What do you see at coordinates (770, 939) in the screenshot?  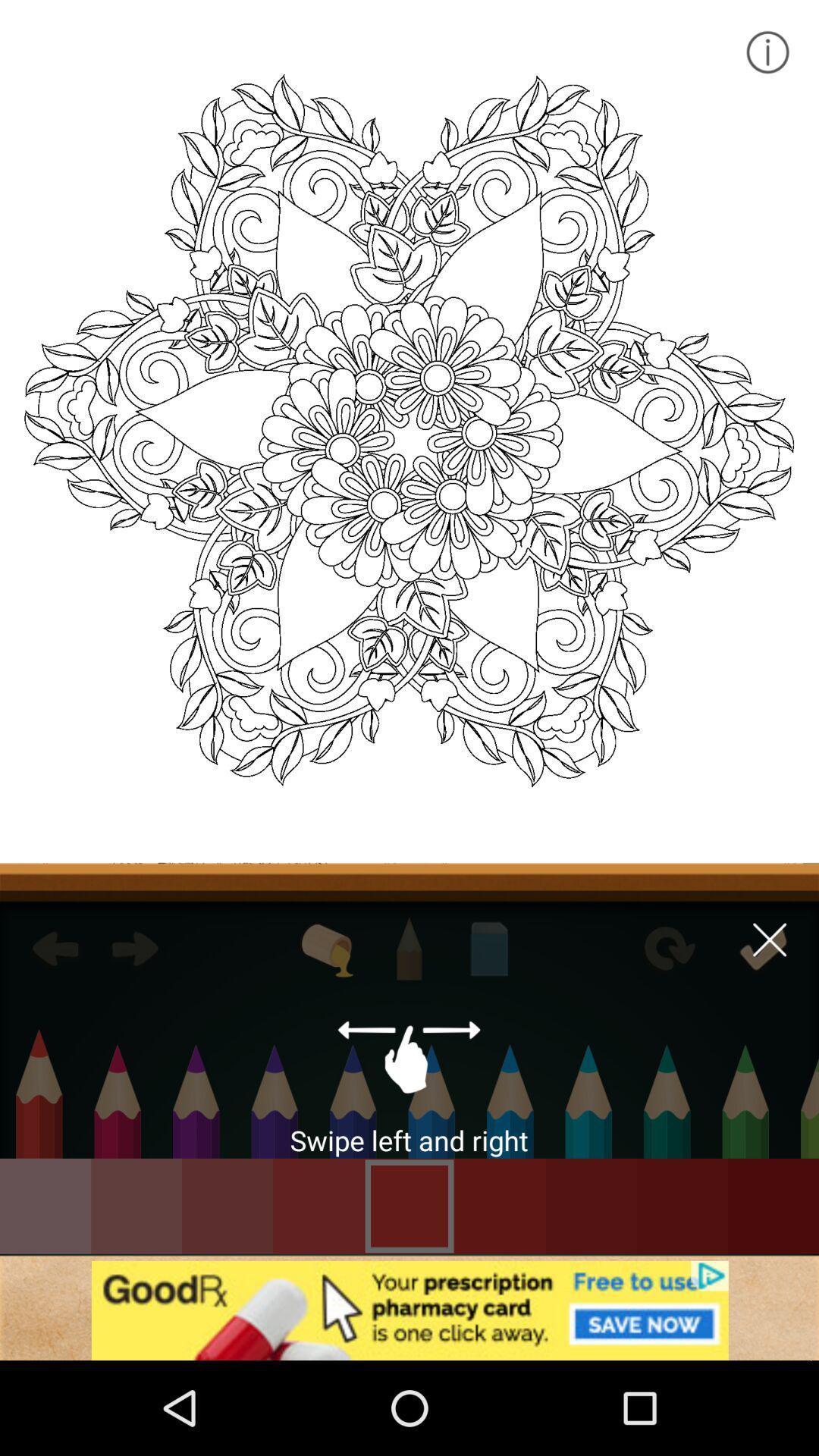 I see `the close icon` at bounding box center [770, 939].